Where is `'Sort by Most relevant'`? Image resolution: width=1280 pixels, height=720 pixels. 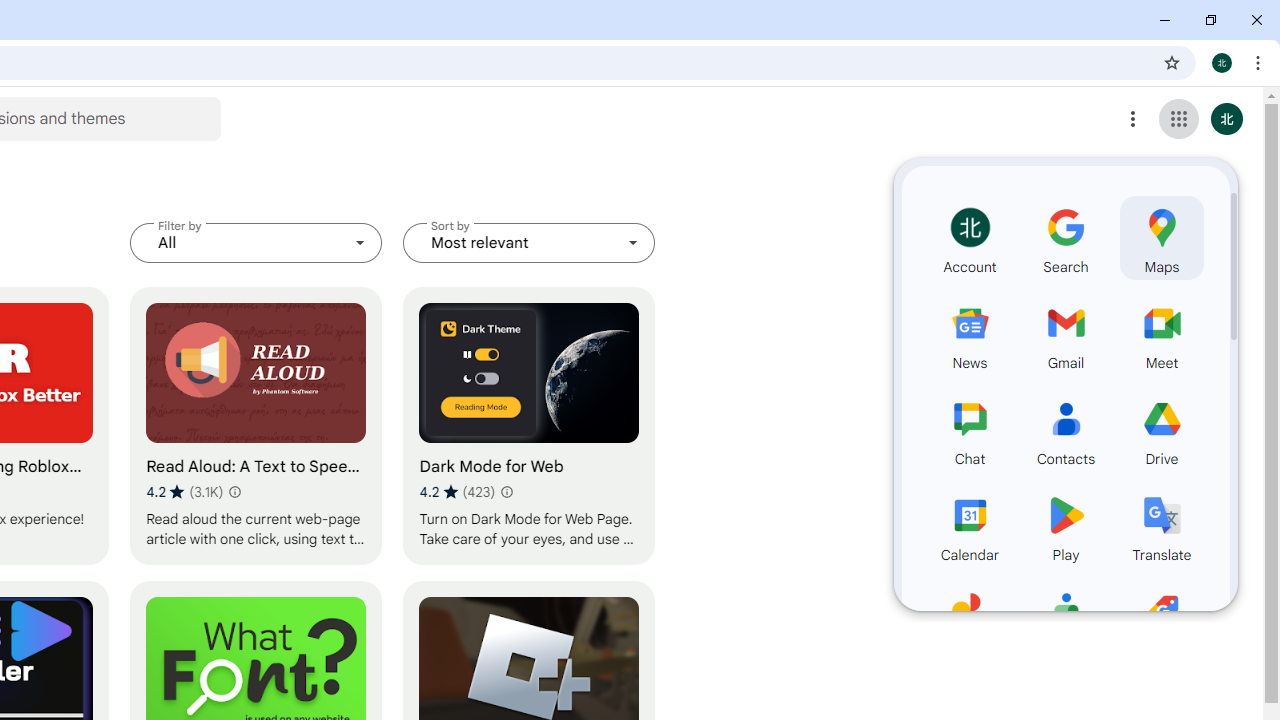 'Sort by Most relevant' is located at coordinates (529, 242).